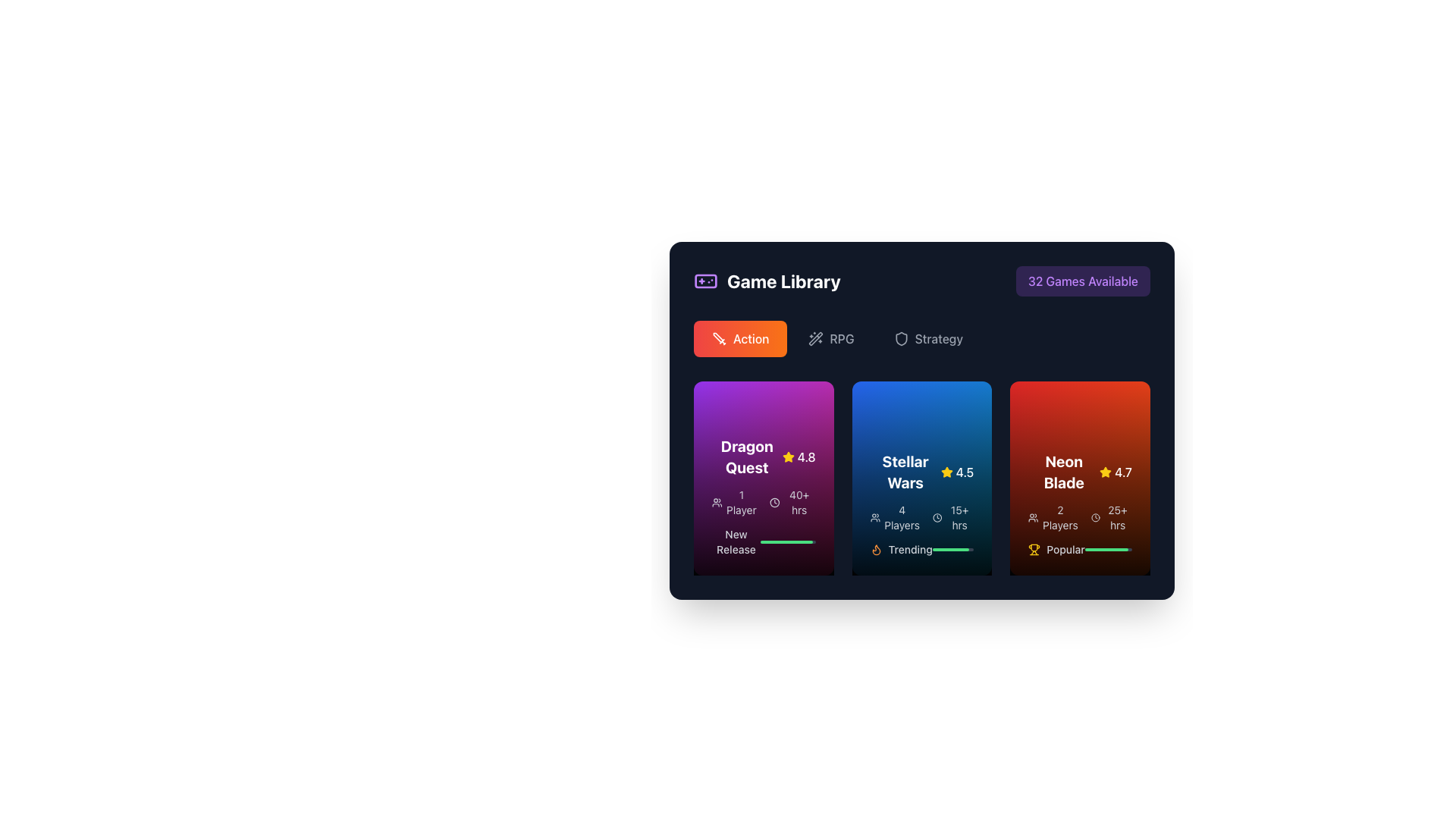  What do you see at coordinates (1033, 516) in the screenshot?
I see `the icon illustrating two users, which is located to the left of the '2 Players' text in the 'Neon Blade' card` at bounding box center [1033, 516].